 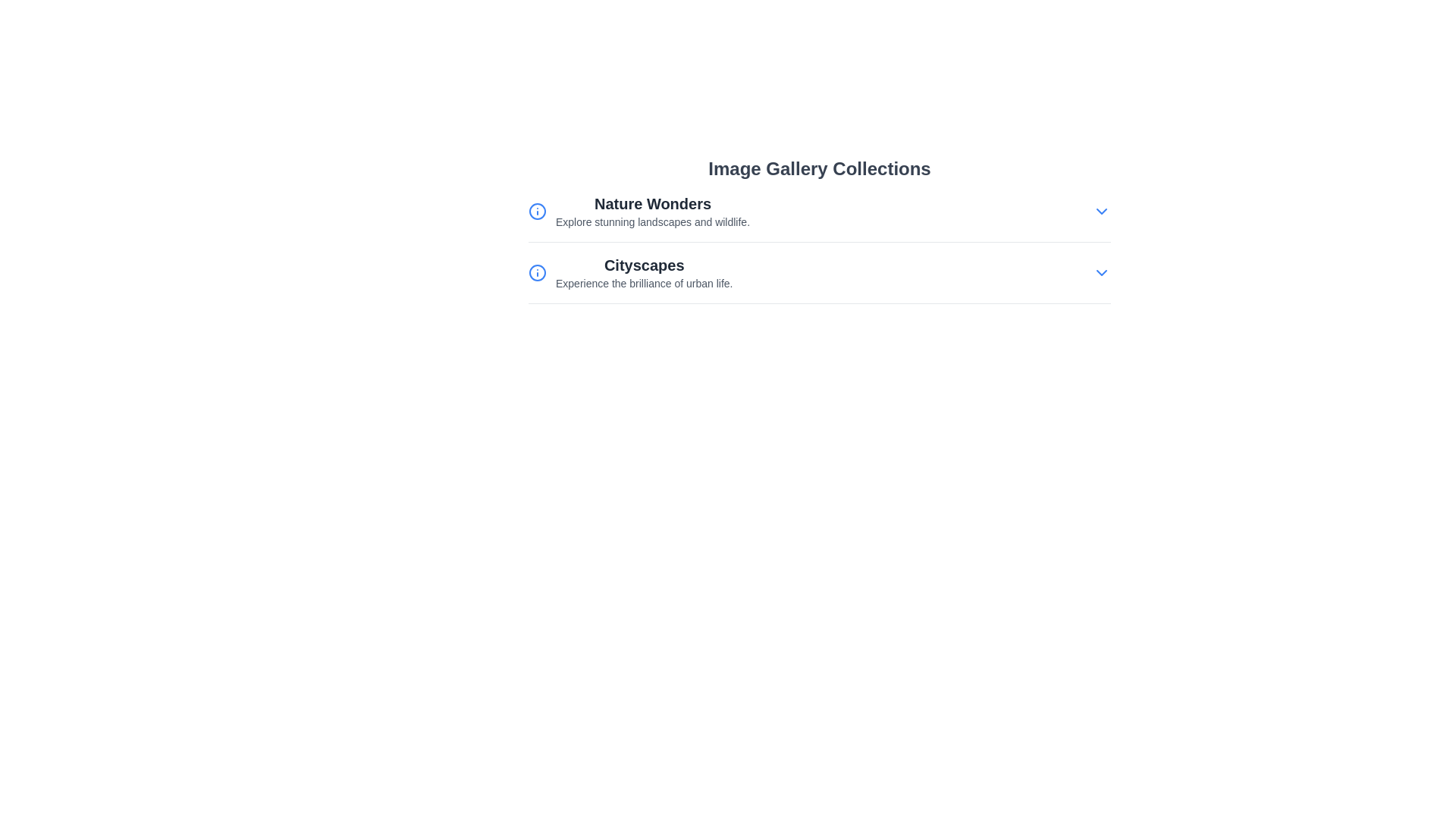 What do you see at coordinates (538, 211) in the screenshot?
I see `the icon that provides additional information about the 'Nature Wonders' section, positioned to the left of the title 'Nature Wonders'` at bounding box center [538, 211].